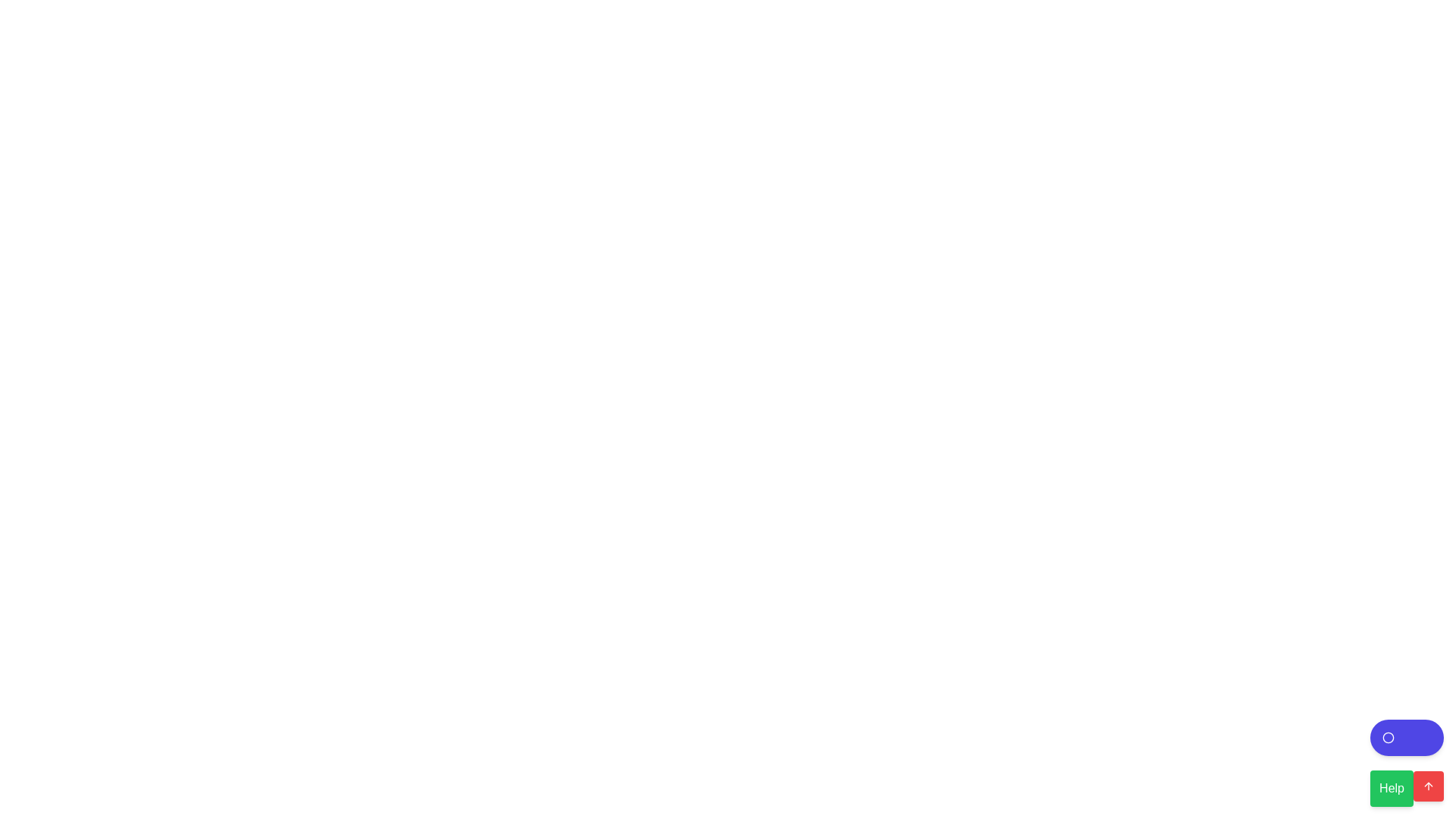  Describe the element at coordinates (1427, 786) in the screenshot. I see `the upward action icon located at the bottom-right corner of the interface, adjacent to the green 'Help' button and the blue toggle switch` at that location.